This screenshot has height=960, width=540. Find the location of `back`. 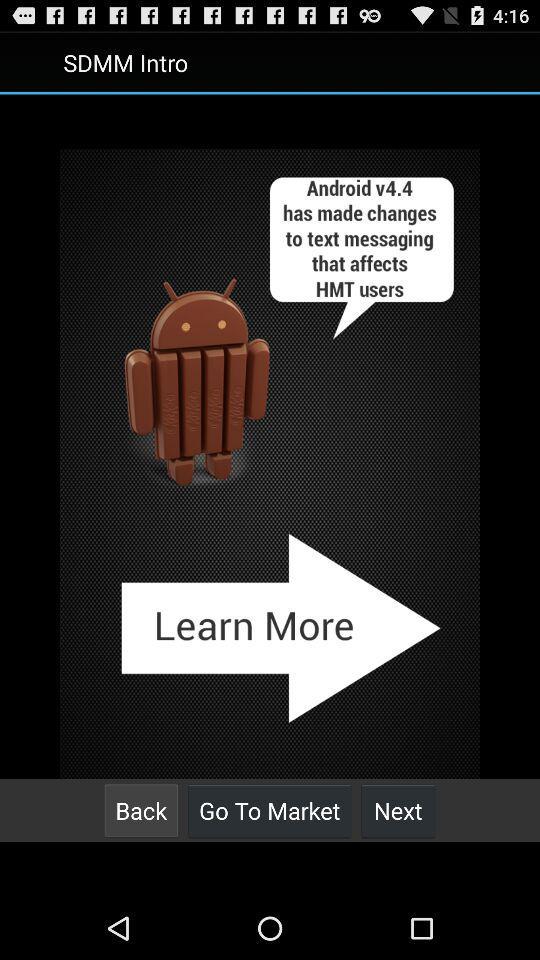

back is located at coordinates (140, 810).